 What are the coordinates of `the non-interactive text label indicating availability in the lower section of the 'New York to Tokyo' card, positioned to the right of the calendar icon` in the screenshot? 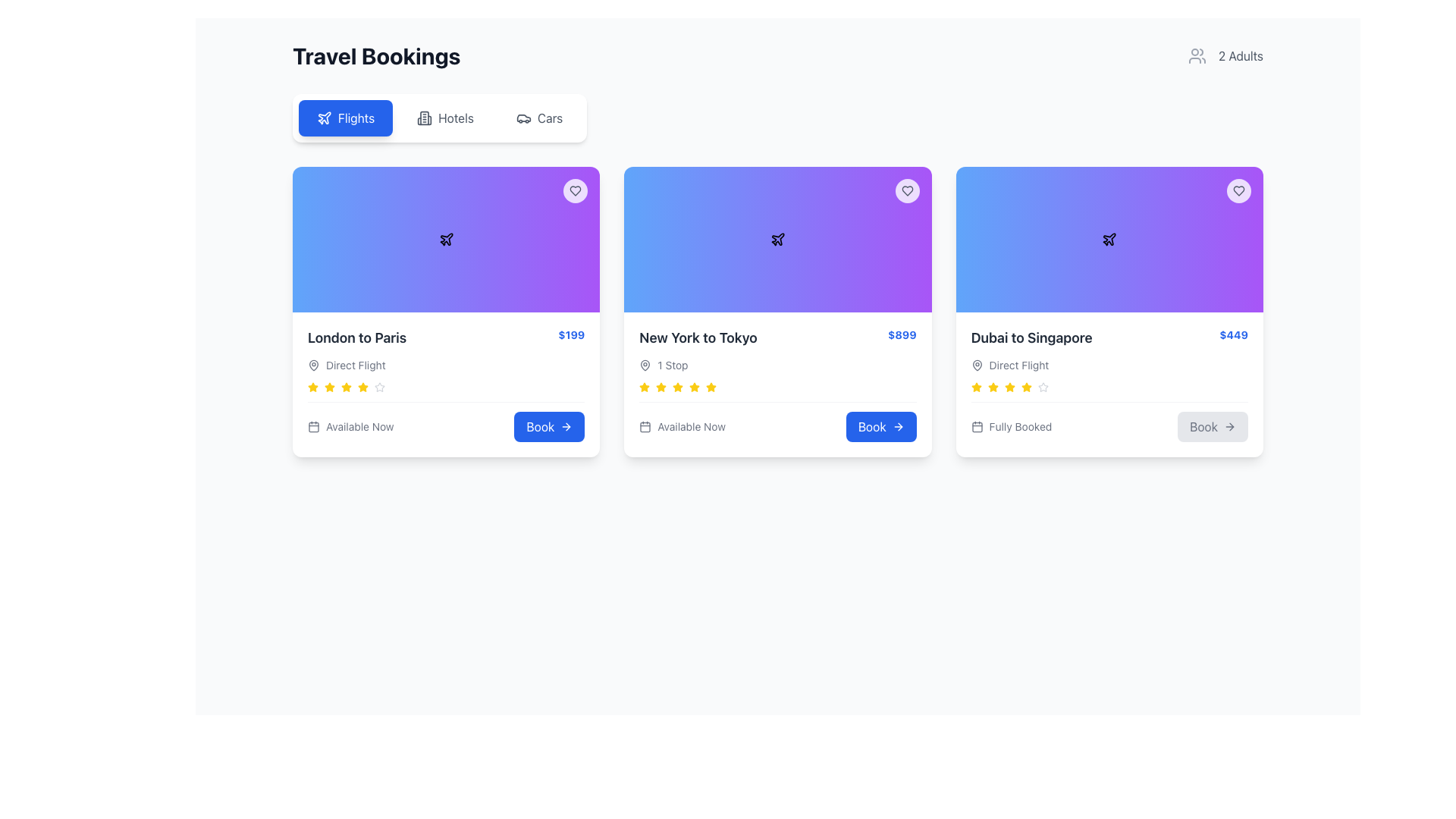 It's located at (359, 427).